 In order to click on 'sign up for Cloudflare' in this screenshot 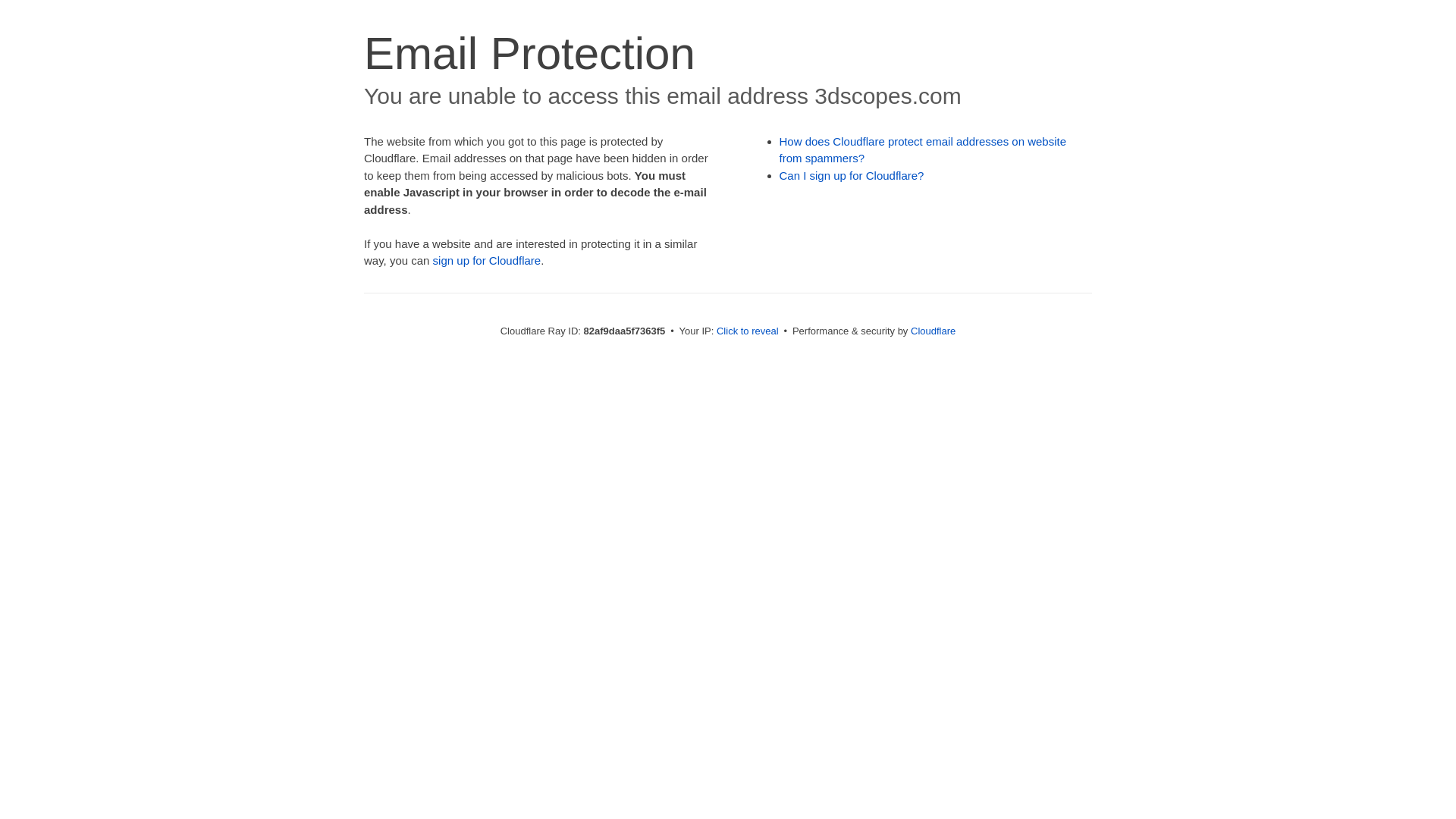, I will do `click(487, 259)`.